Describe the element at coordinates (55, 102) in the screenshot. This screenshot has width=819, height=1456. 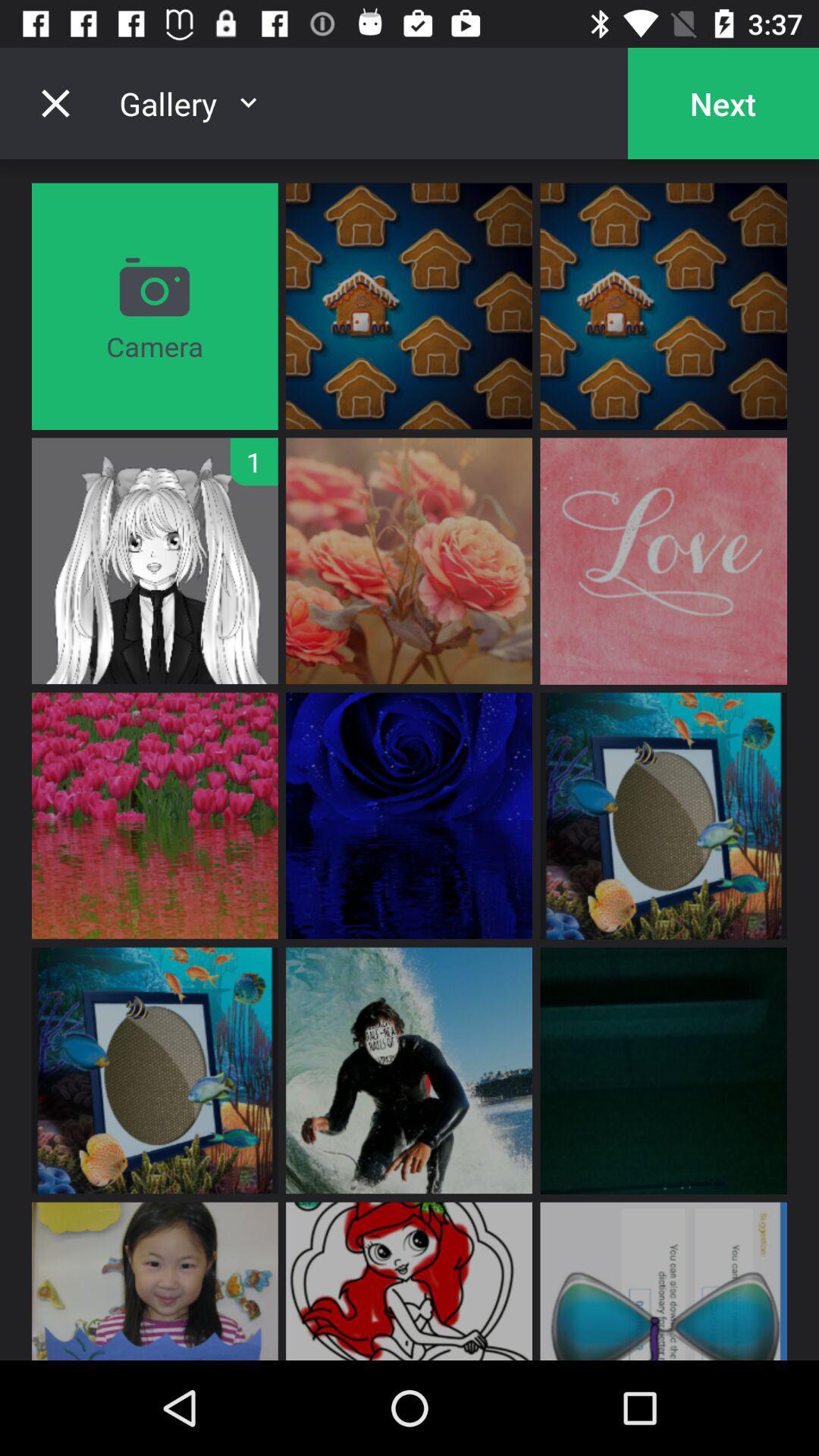
I see `close` at that location.